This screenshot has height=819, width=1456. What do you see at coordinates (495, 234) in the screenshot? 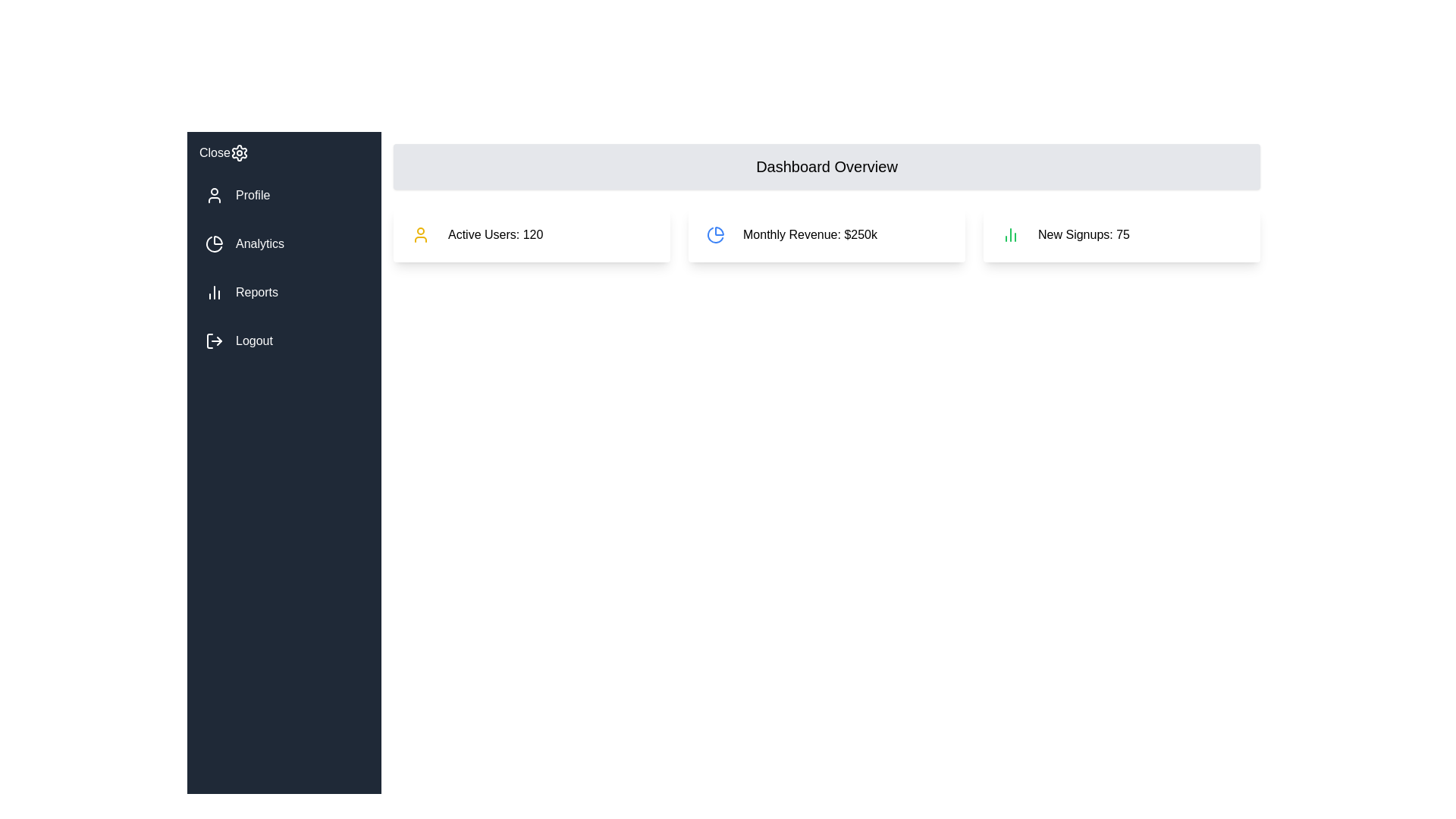
I see `the Text Display element that shows the summary statistic of currently active users, which is '120', located in the leftmost card of three horizontally aligned cards` at bounding box center [495, 234].